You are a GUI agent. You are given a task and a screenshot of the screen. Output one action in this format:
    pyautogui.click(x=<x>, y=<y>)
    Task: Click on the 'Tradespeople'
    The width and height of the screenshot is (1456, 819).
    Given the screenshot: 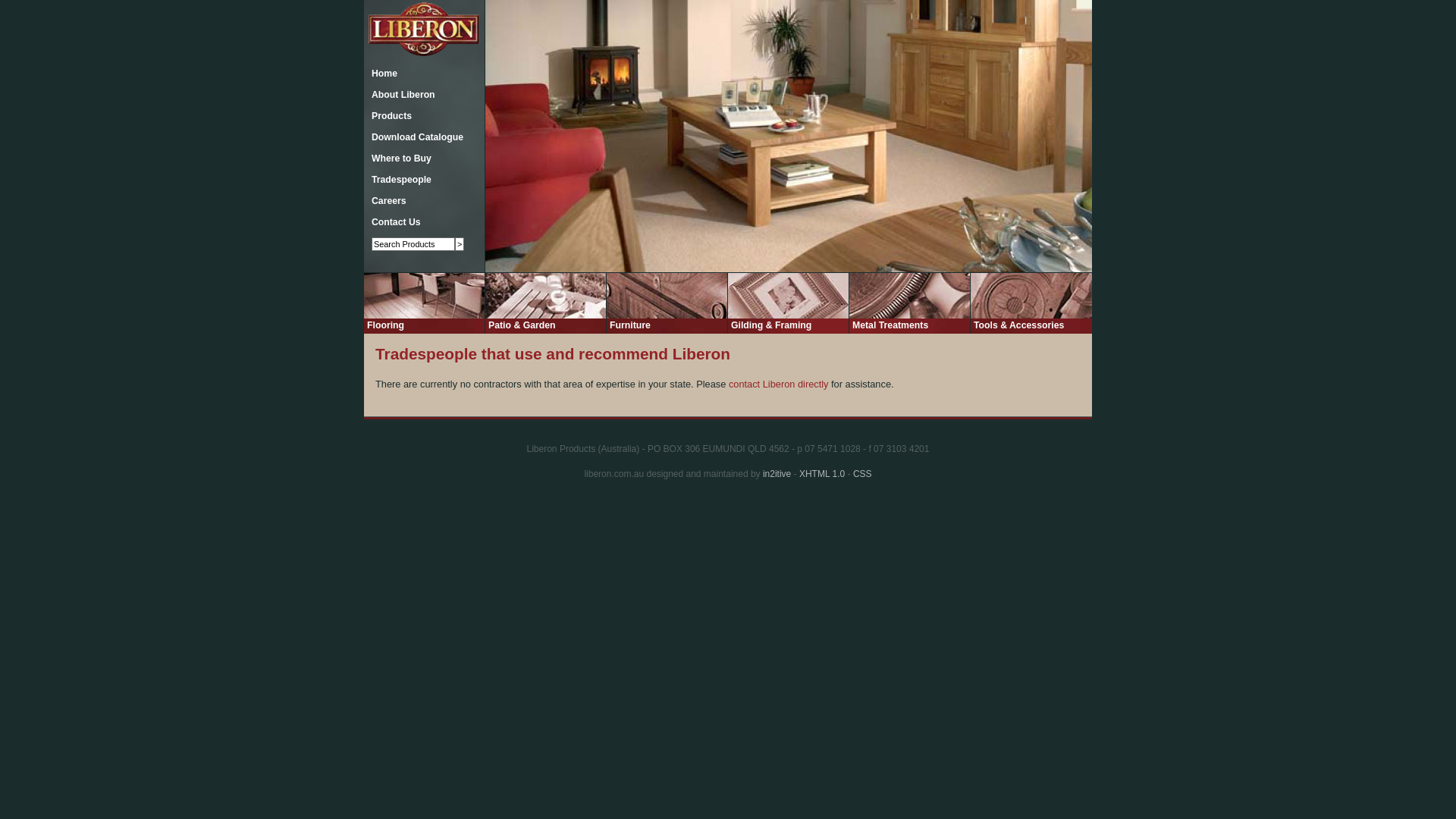 What is the action you would take?
    pyautogui.click(x=397, y=178)
    